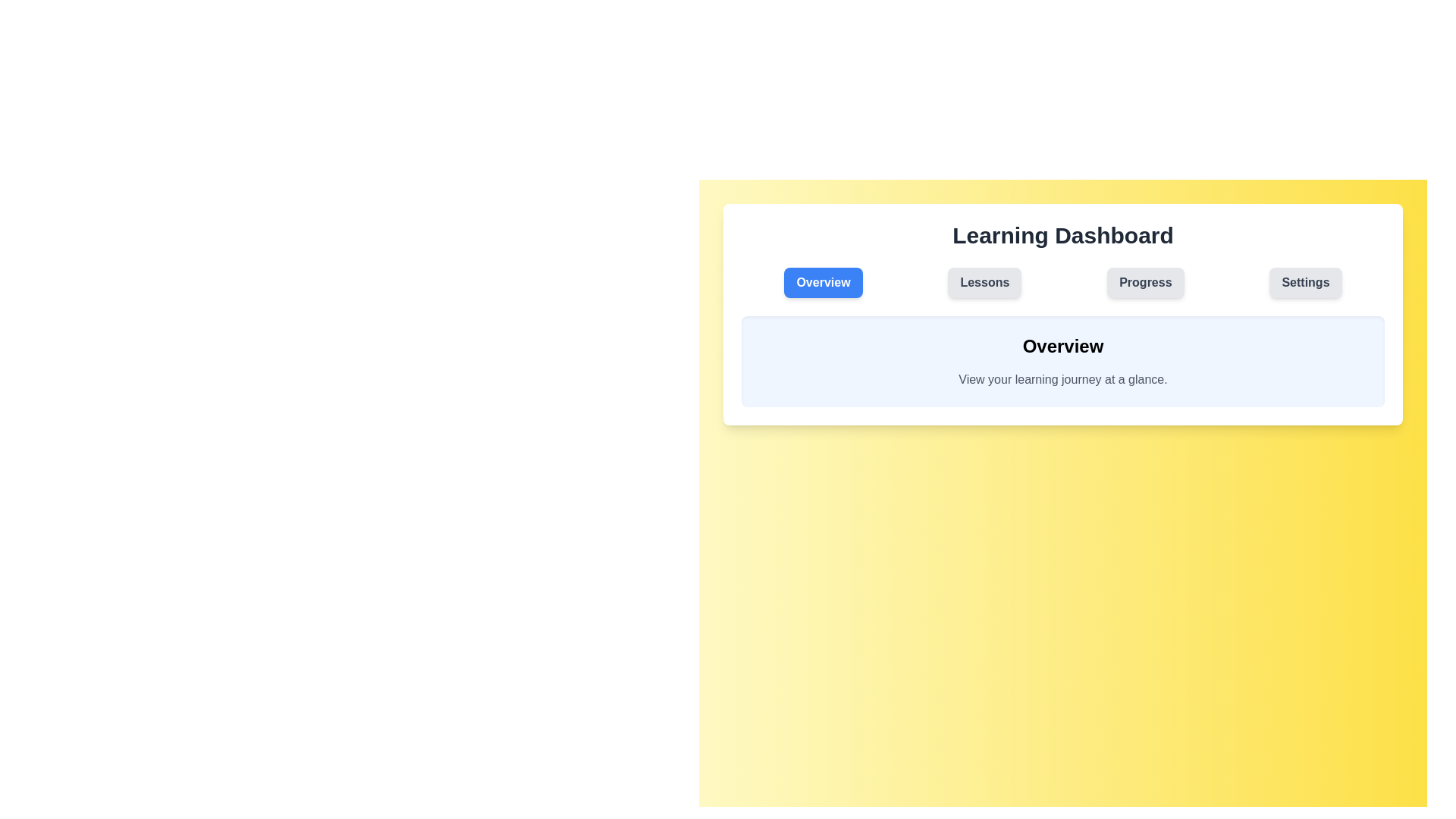  What do you see at coordinates (822, 283) in the screenshot?
I see `the tab labeled Overview to observe its interactive effect` at bounding box center [822, 283].